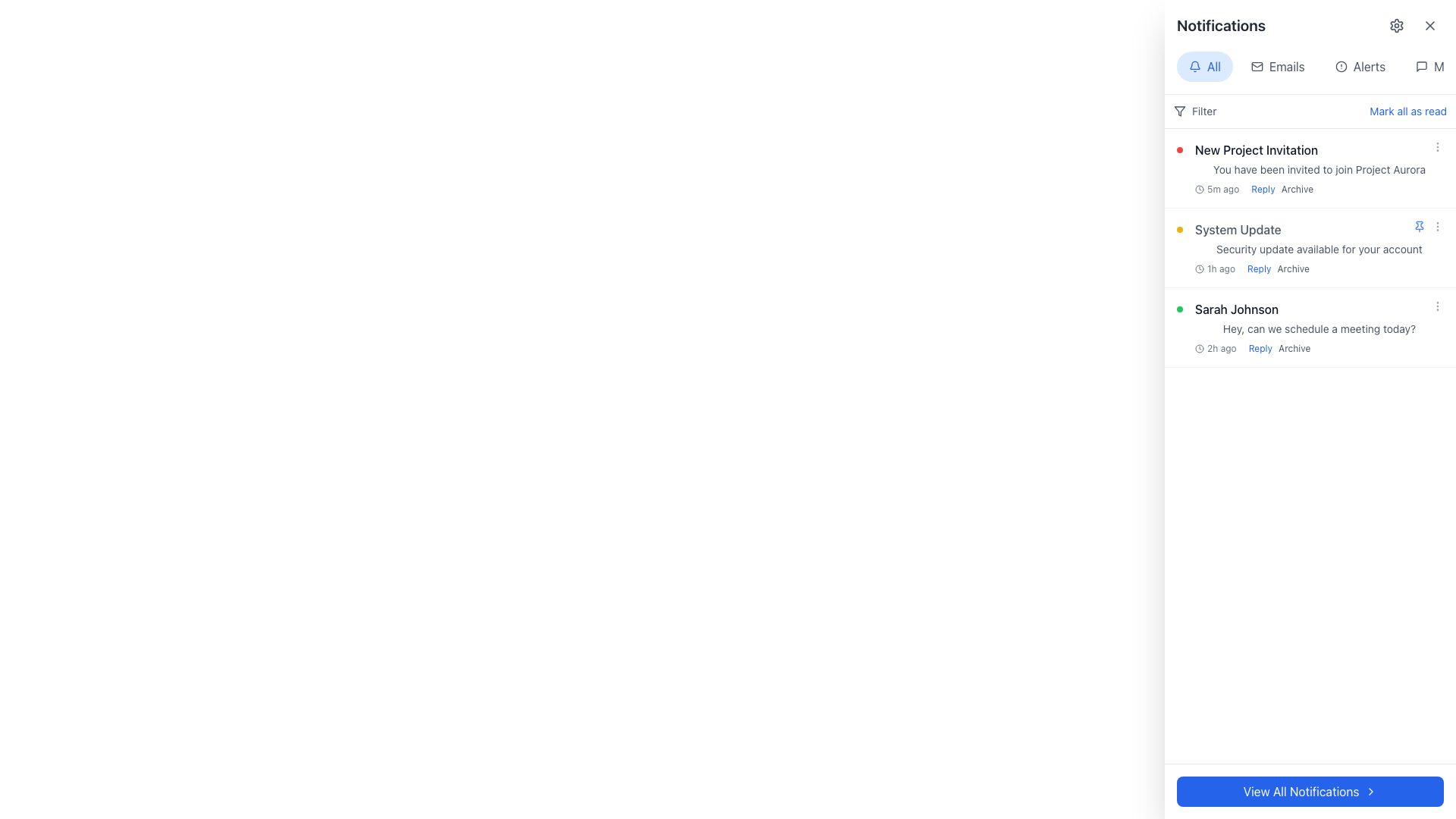  I want to click on the 'Archive' link in the notification actions for the 'New Project Invitation', so click(1282, 189).